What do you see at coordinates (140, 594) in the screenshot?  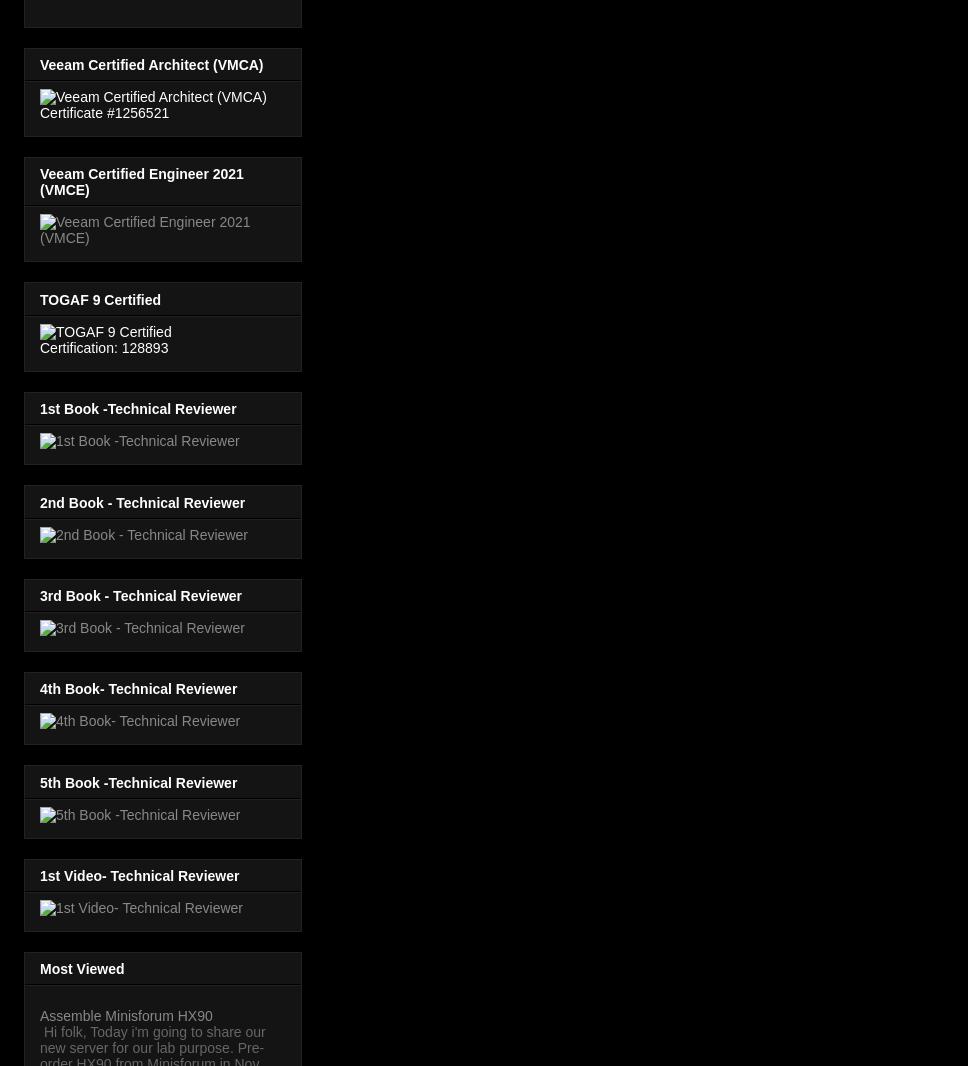 I see `'3rd Book - Technical Reviewer'` at bounding box center [140, 594].